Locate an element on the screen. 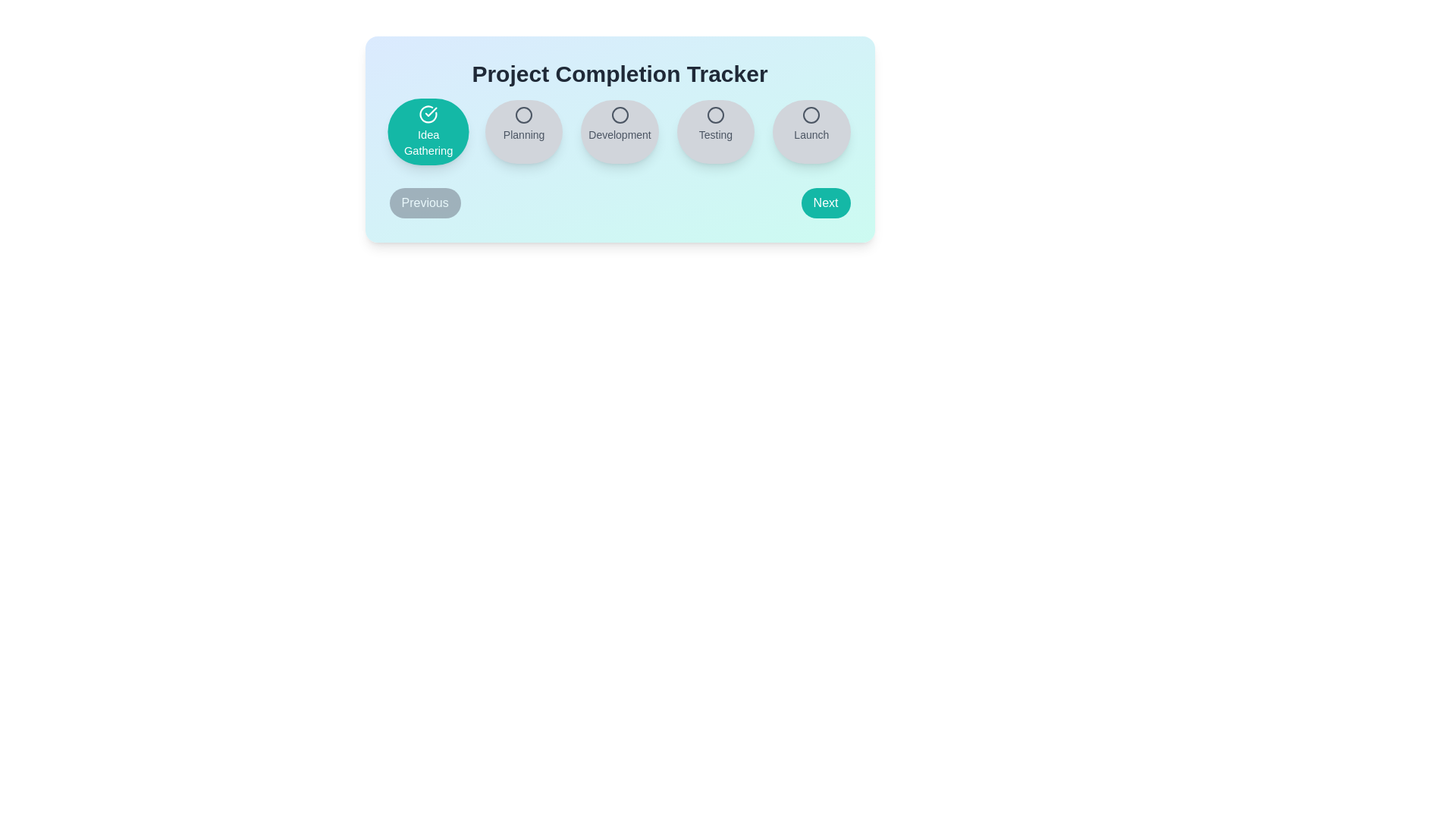 The width and height of the screenshot is (1456, 819). the disabled button located at the bottom-left of the interface, which is used for navigating to the previous step in a sequence is located at coordinates (425, 202).